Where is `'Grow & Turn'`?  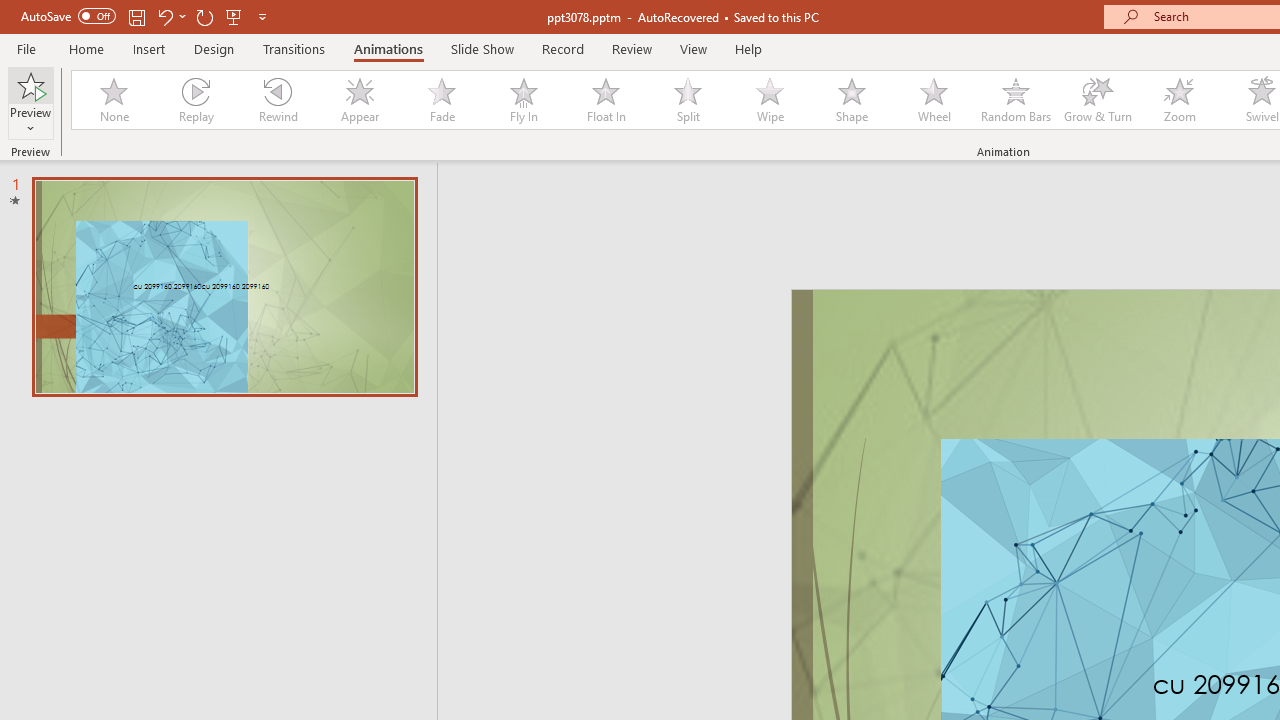
'Grow & Turn' is located at coordinates (1097, 100).